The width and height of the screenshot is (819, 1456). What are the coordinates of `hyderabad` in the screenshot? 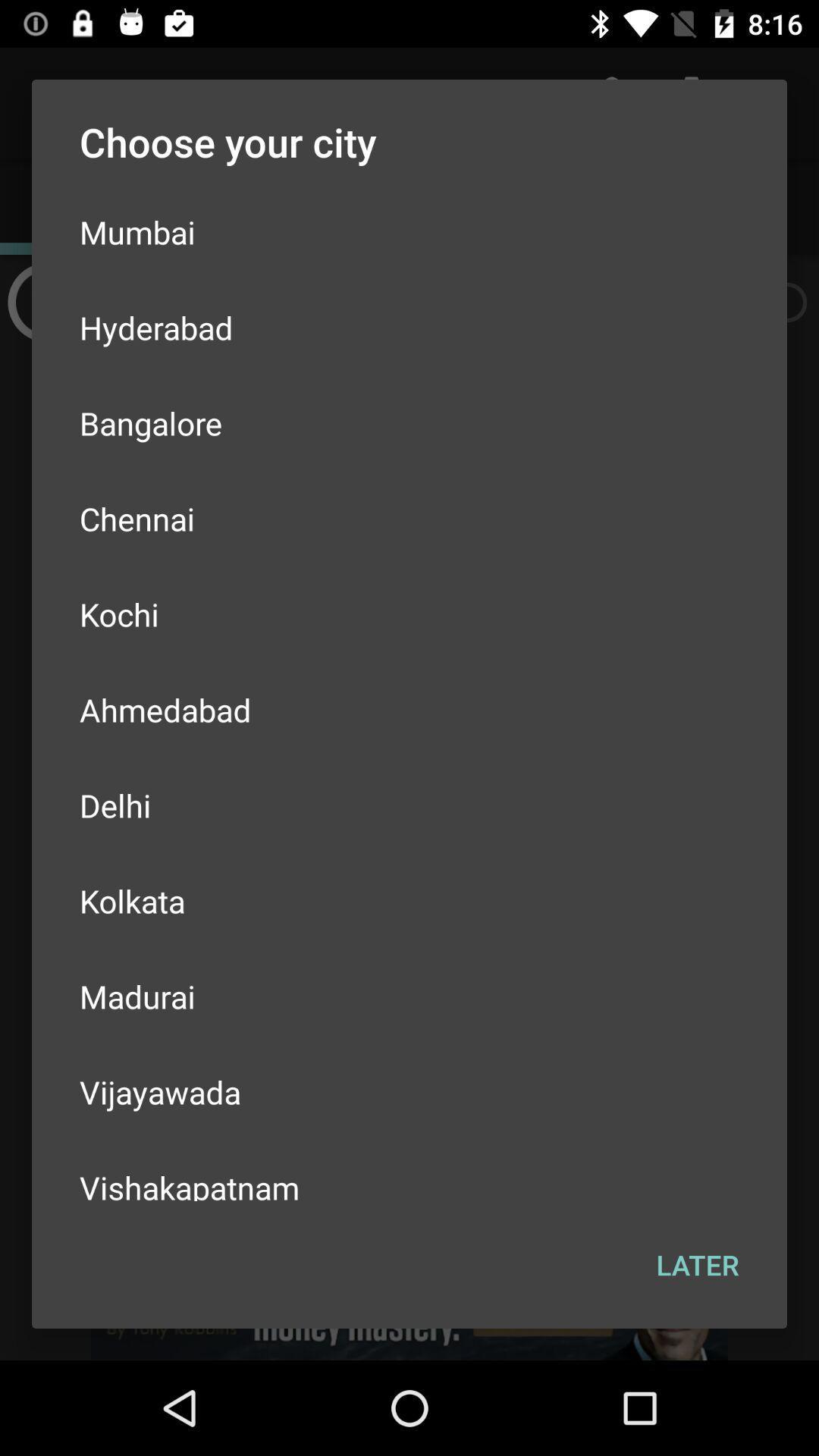 It's located at (409, 327).